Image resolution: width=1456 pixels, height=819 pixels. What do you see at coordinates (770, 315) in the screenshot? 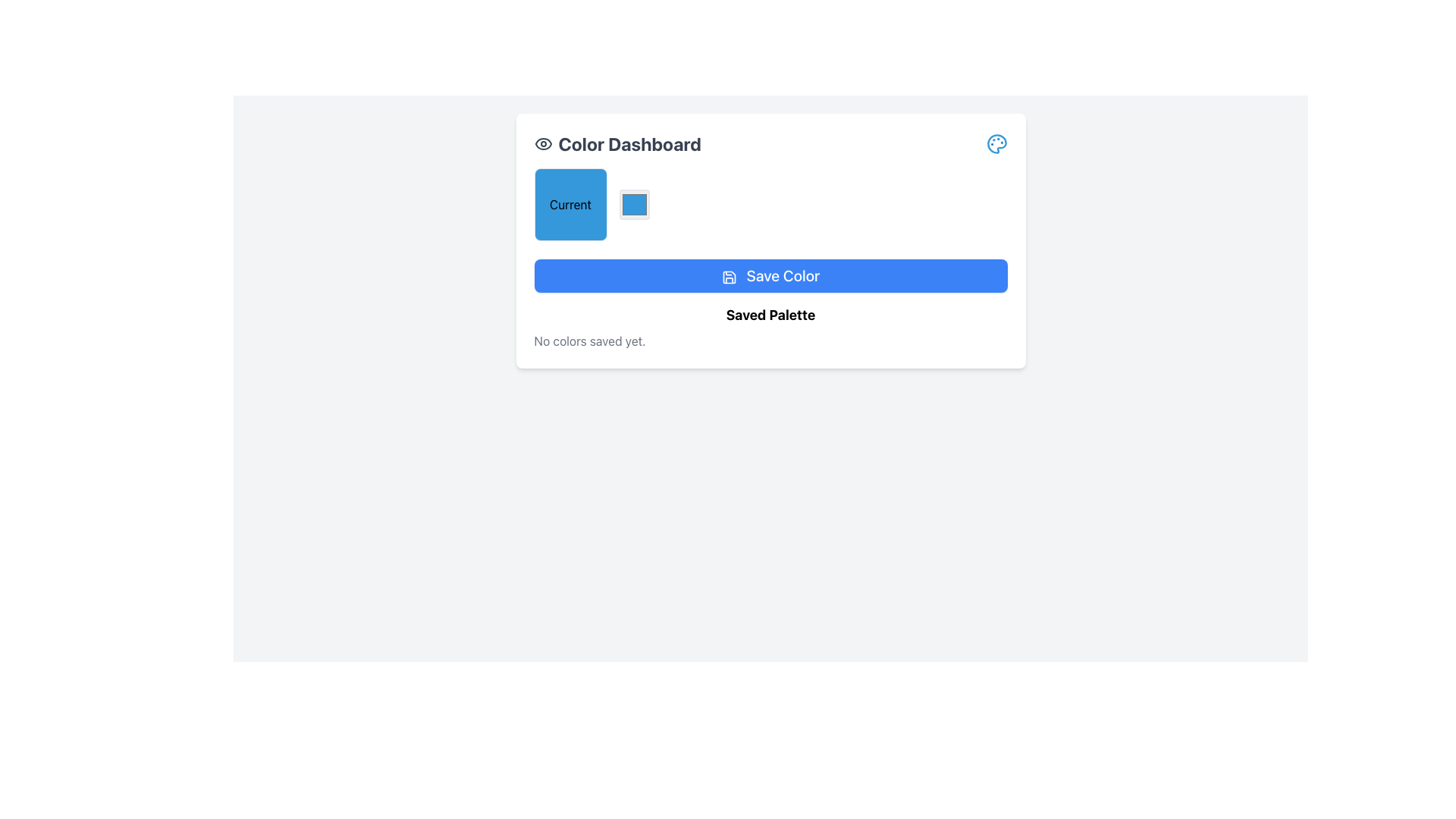
I see `the bold, large text label that reads 'Saved Palette', which is centrally aligned within a card-like component and is visually distinct from other text elements` at bounding box center [770, 315].